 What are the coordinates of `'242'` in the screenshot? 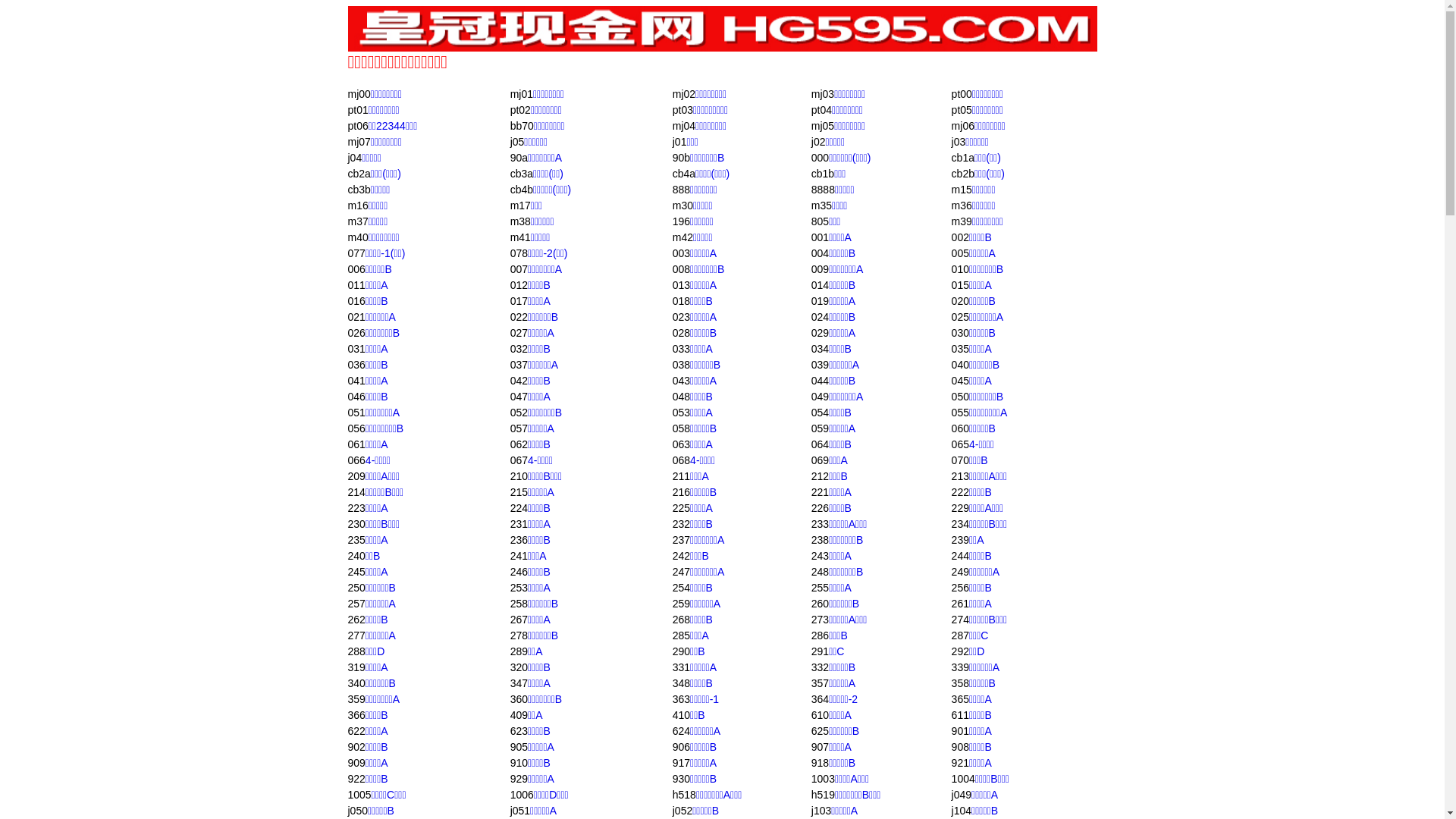 It's located at (680, 555).